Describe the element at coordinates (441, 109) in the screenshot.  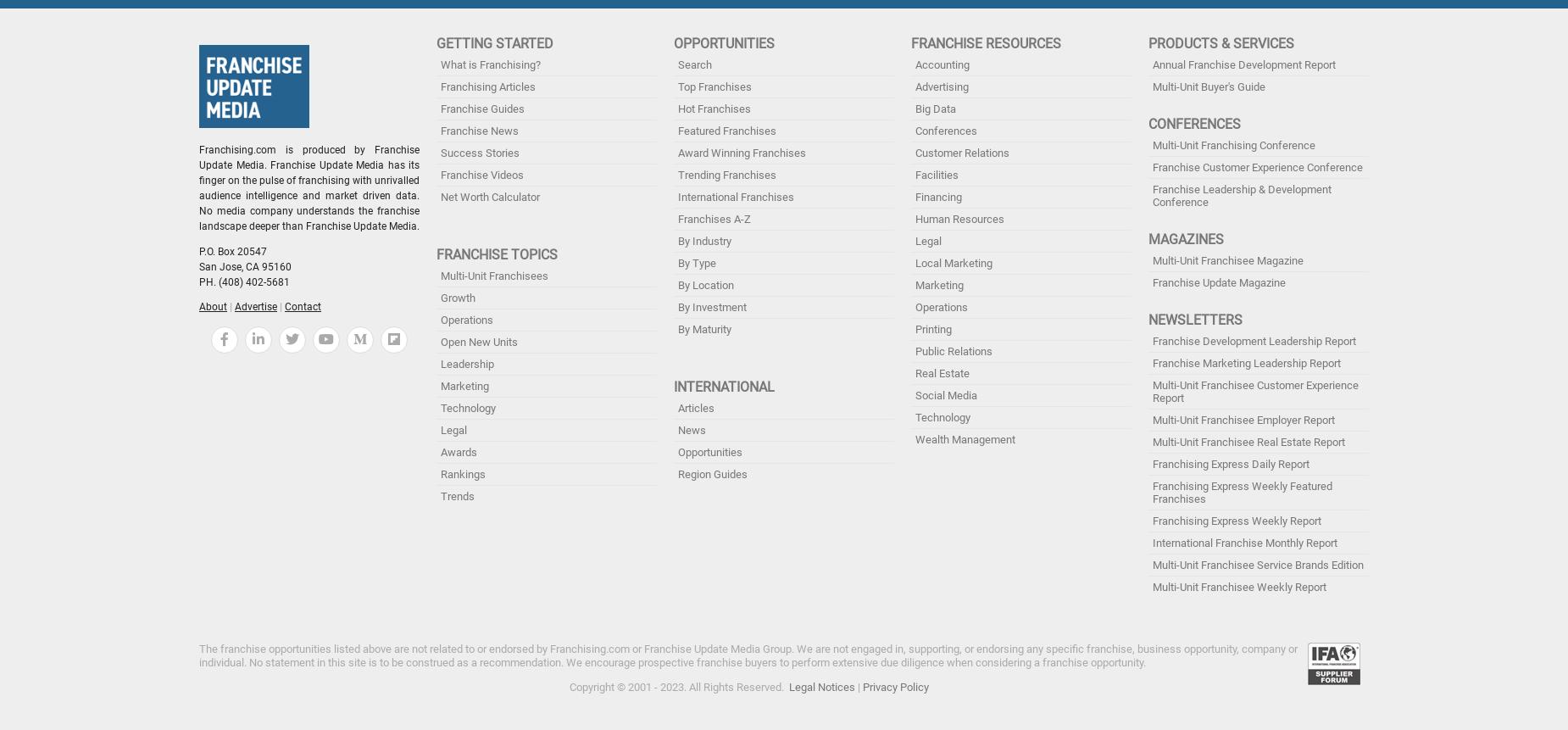
I see `'Franchise Guides'` at that location.